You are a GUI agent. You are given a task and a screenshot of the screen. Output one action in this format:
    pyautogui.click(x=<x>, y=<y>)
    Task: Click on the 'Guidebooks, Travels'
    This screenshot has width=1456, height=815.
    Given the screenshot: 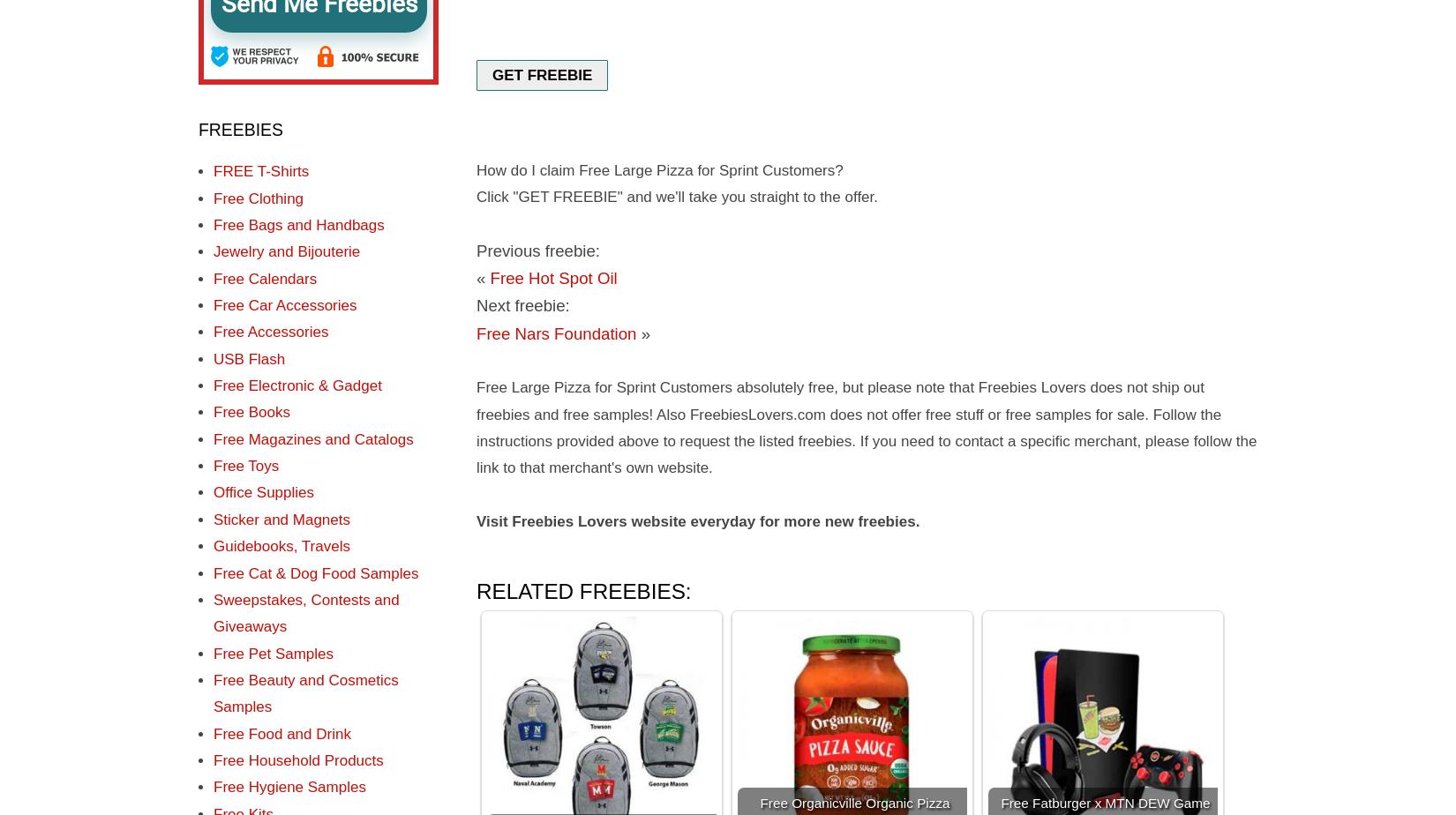 What is the action you would take?
    pyautogui.click(x=281, y=546)
    